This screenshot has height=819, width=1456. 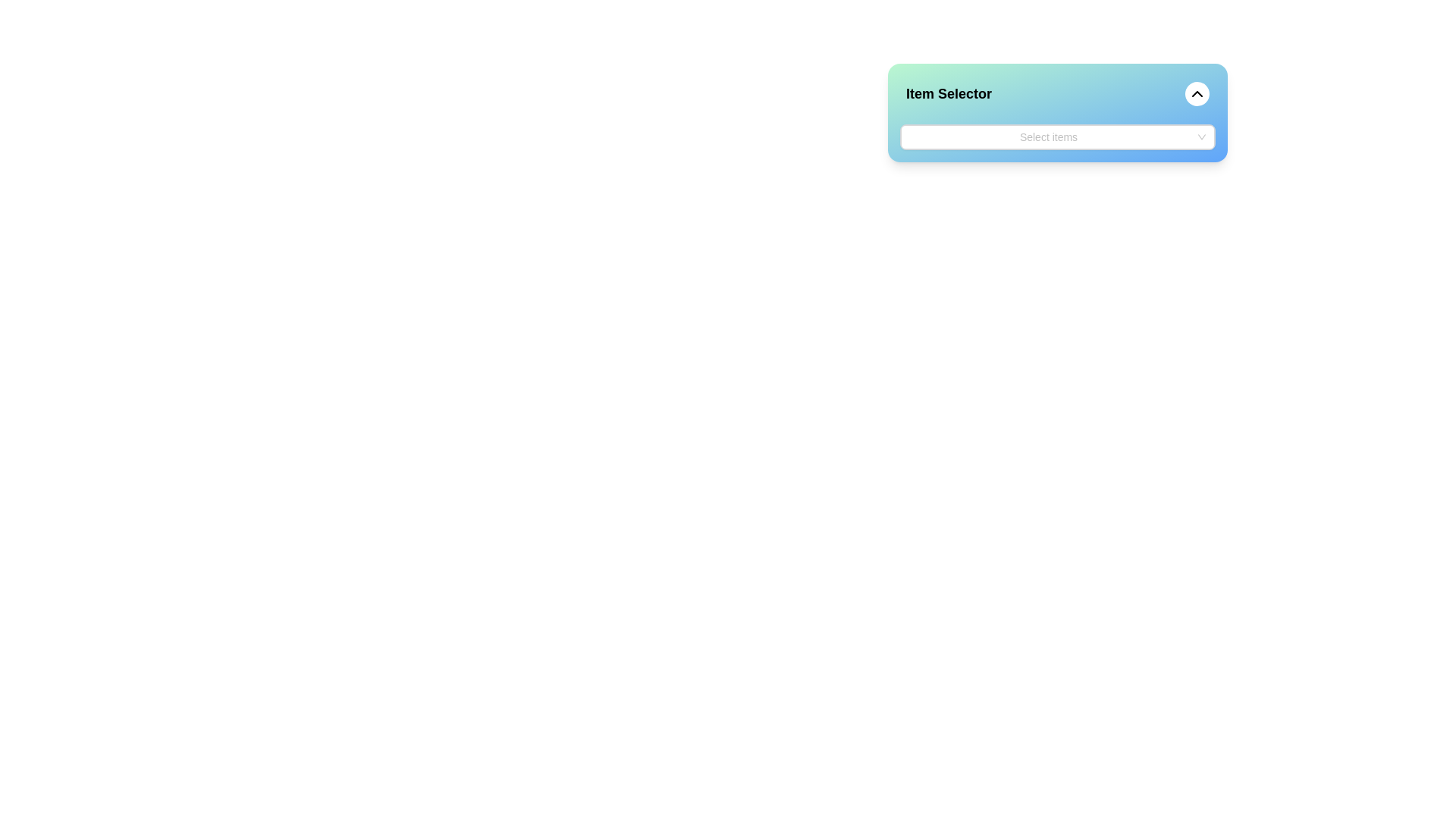 What do you see at coordinates (1200, 137) in the screenshot?
I see `the toggle button located` at bounding box center [1200, 137].